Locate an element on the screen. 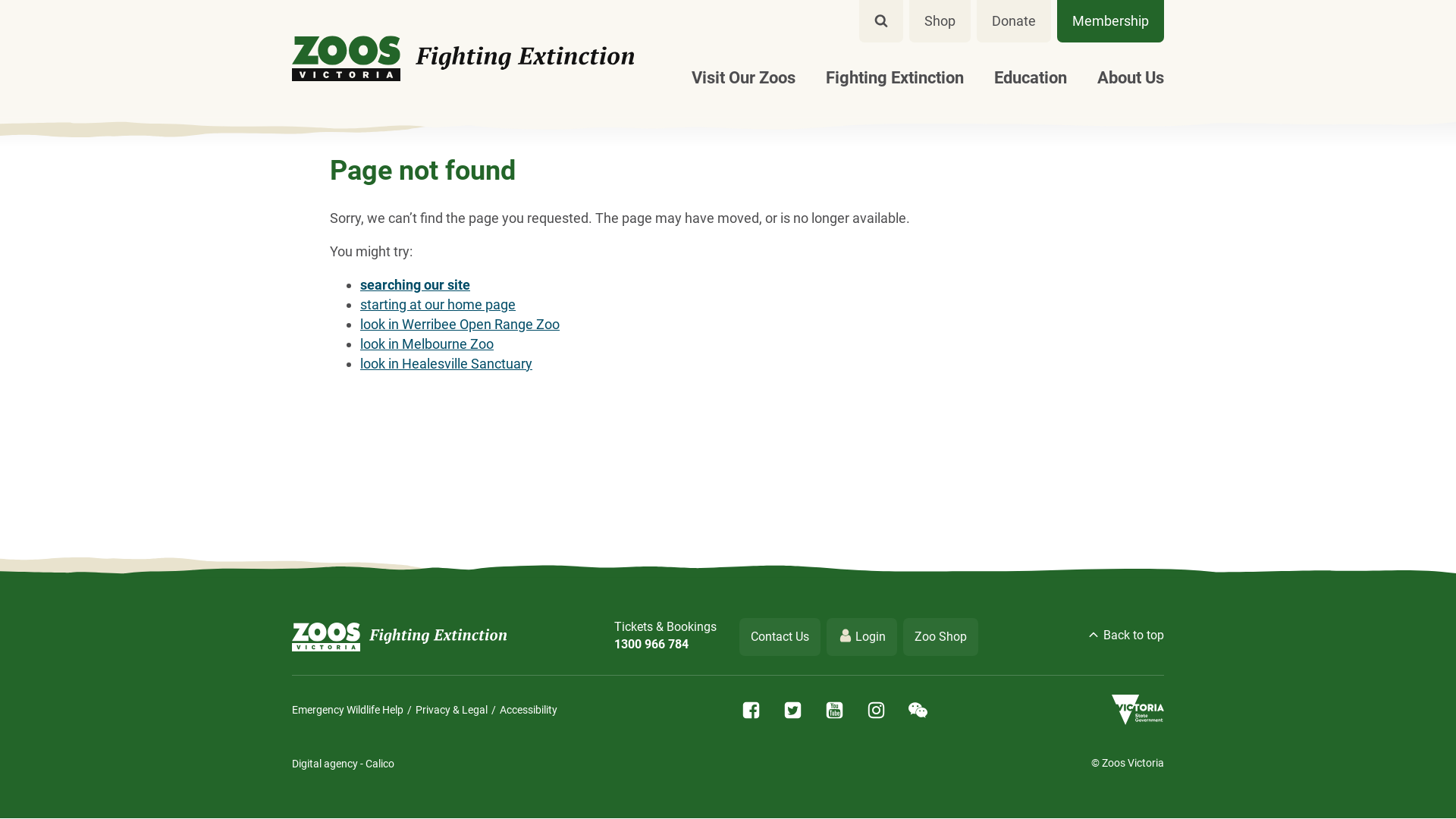  'Privacy & Legal' is located at coordinates (450, 710).